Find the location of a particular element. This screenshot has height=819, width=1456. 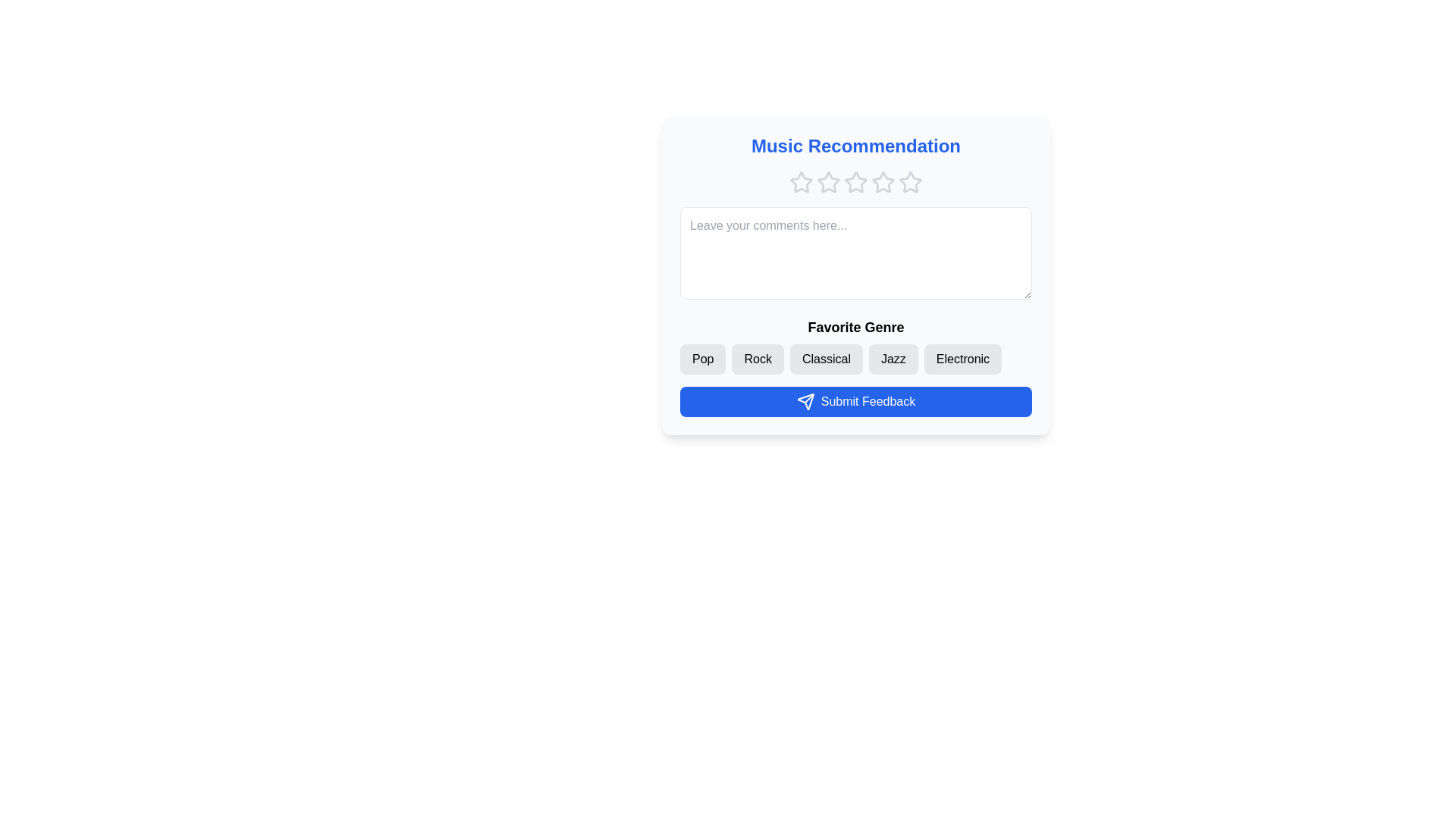

the airplane icon located within the 'Submit Feedback' button, which is centered horizontally towards the bottom of the form layout is located at coordinates (805, 400).